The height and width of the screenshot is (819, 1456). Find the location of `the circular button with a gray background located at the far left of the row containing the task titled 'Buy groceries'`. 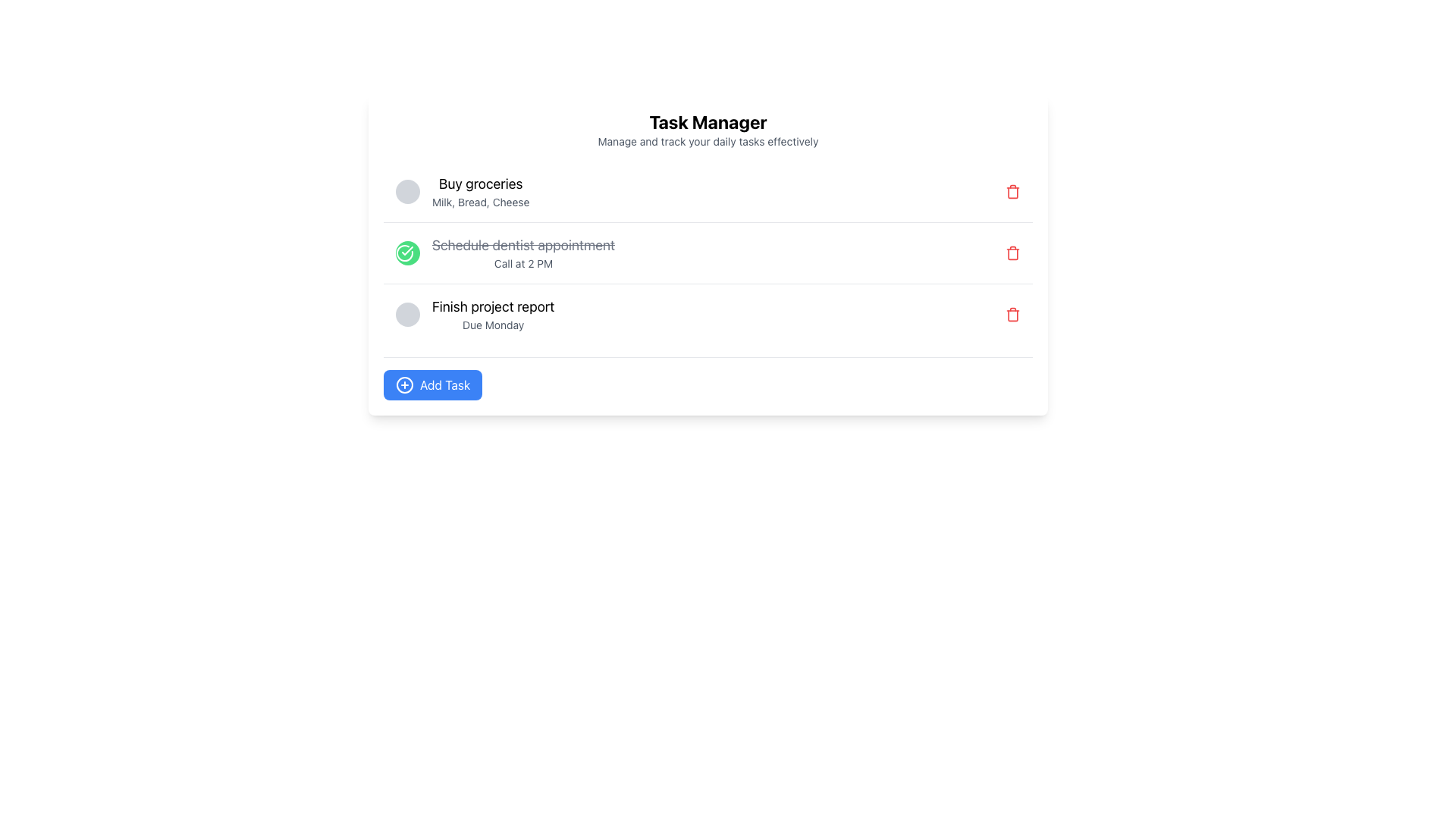

the circular button with a gray background located at the far left of the row containing the task titled 'Buy groceries' is located at coordinates (407, 191).